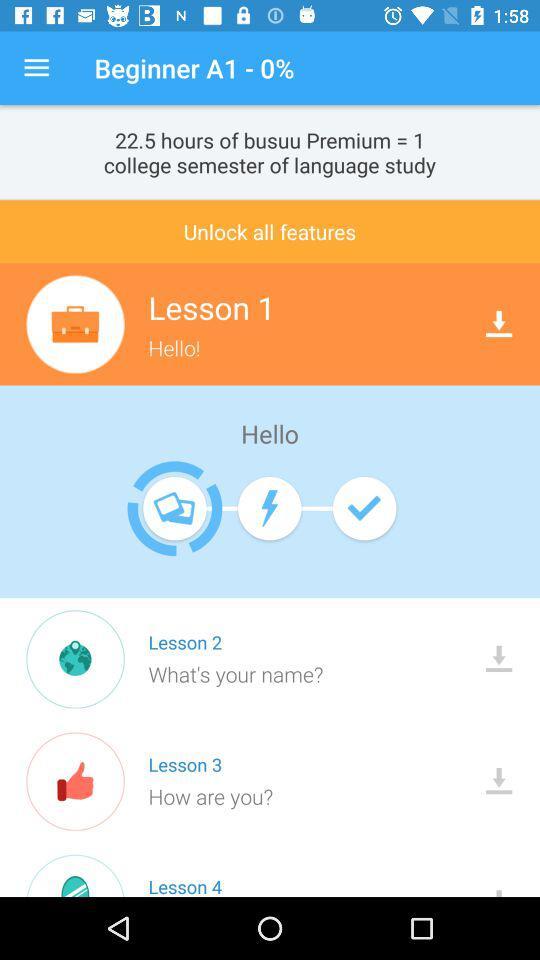  What do you see at coordinates (175, 507) in the screenshot?
I see `the icon which is at first left side under hello` at bounding box center [175, 507].